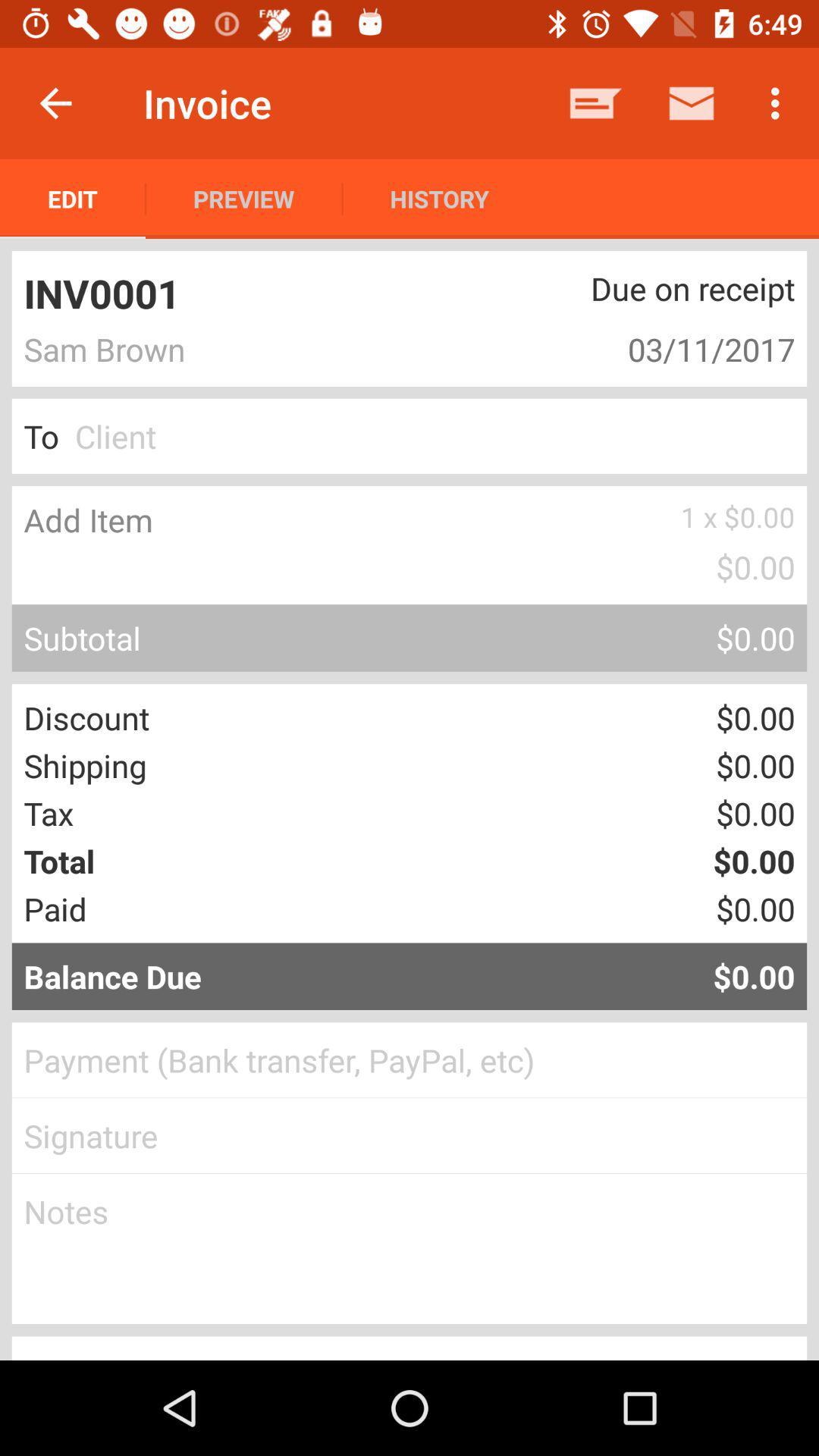  I want to click on notes, so click(409, 1248).